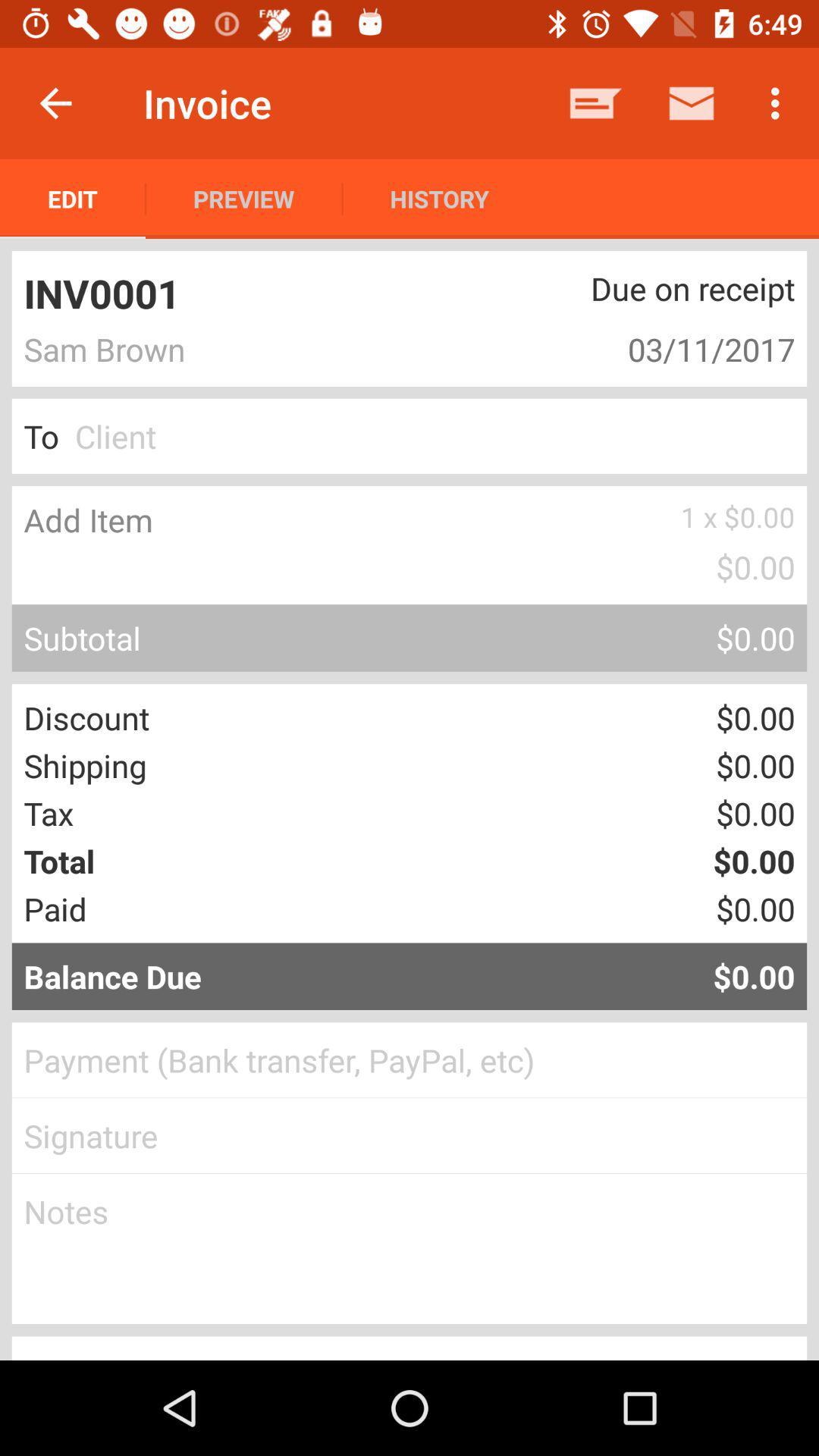  I want to click on notes, so click(409, 1248).